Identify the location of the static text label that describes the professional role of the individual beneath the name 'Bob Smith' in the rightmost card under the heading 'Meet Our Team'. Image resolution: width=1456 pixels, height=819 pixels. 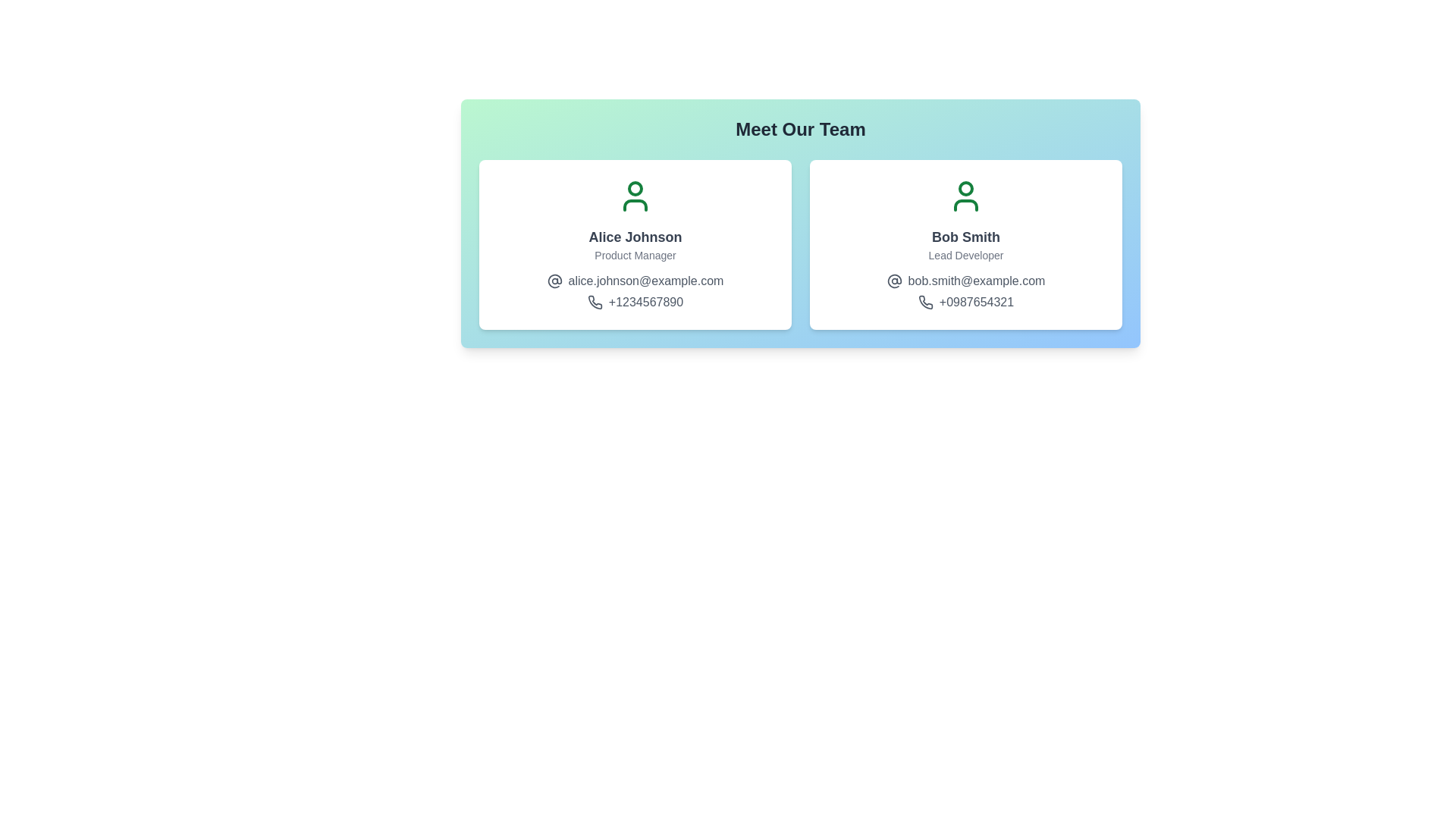
(965, 254).